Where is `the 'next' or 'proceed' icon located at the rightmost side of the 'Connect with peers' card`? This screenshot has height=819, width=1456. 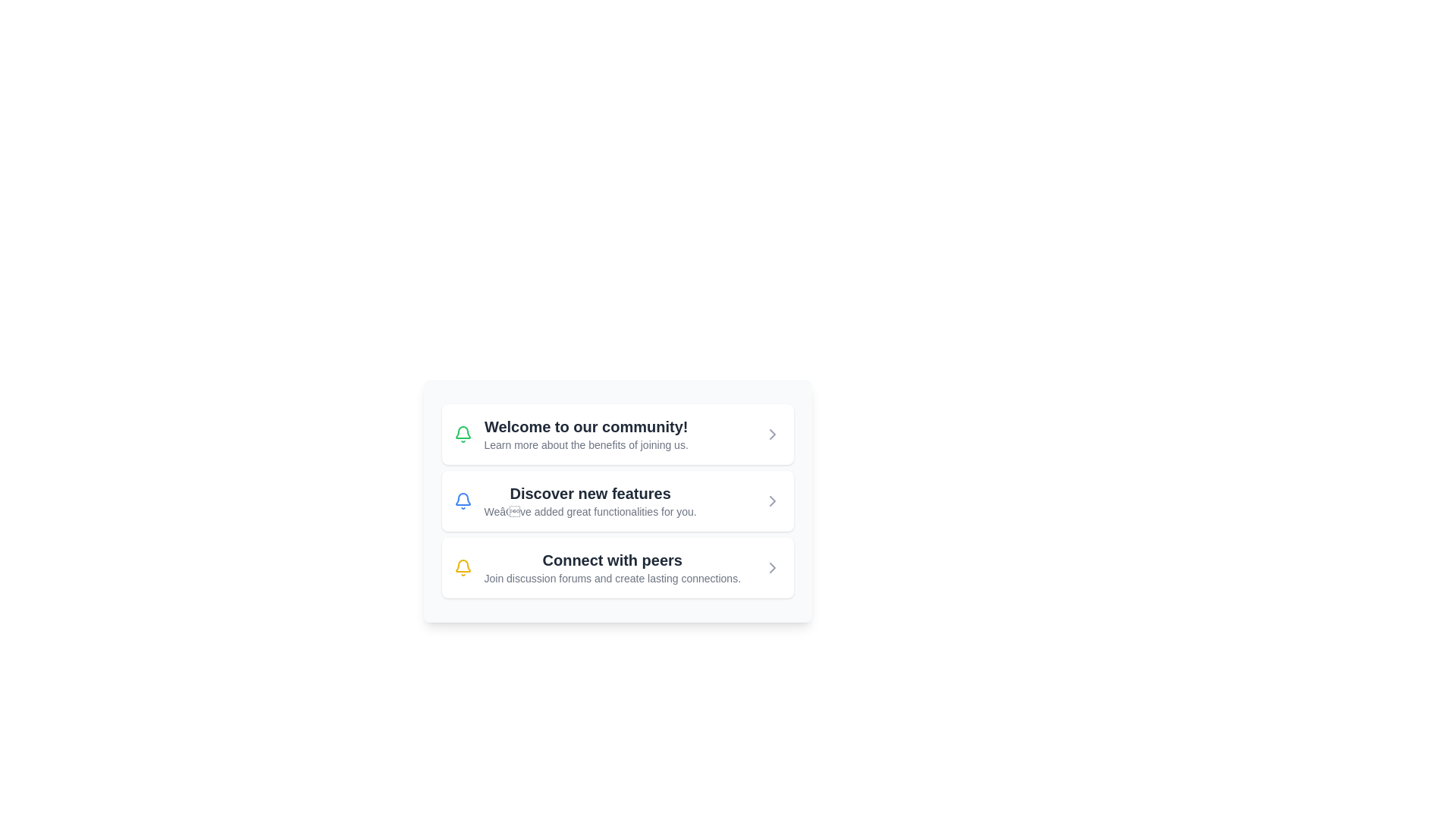 the 'next' or 'proceed' icon located at the rightmost side of the 'Connect with peers' card is located at coordinates (772, 567).